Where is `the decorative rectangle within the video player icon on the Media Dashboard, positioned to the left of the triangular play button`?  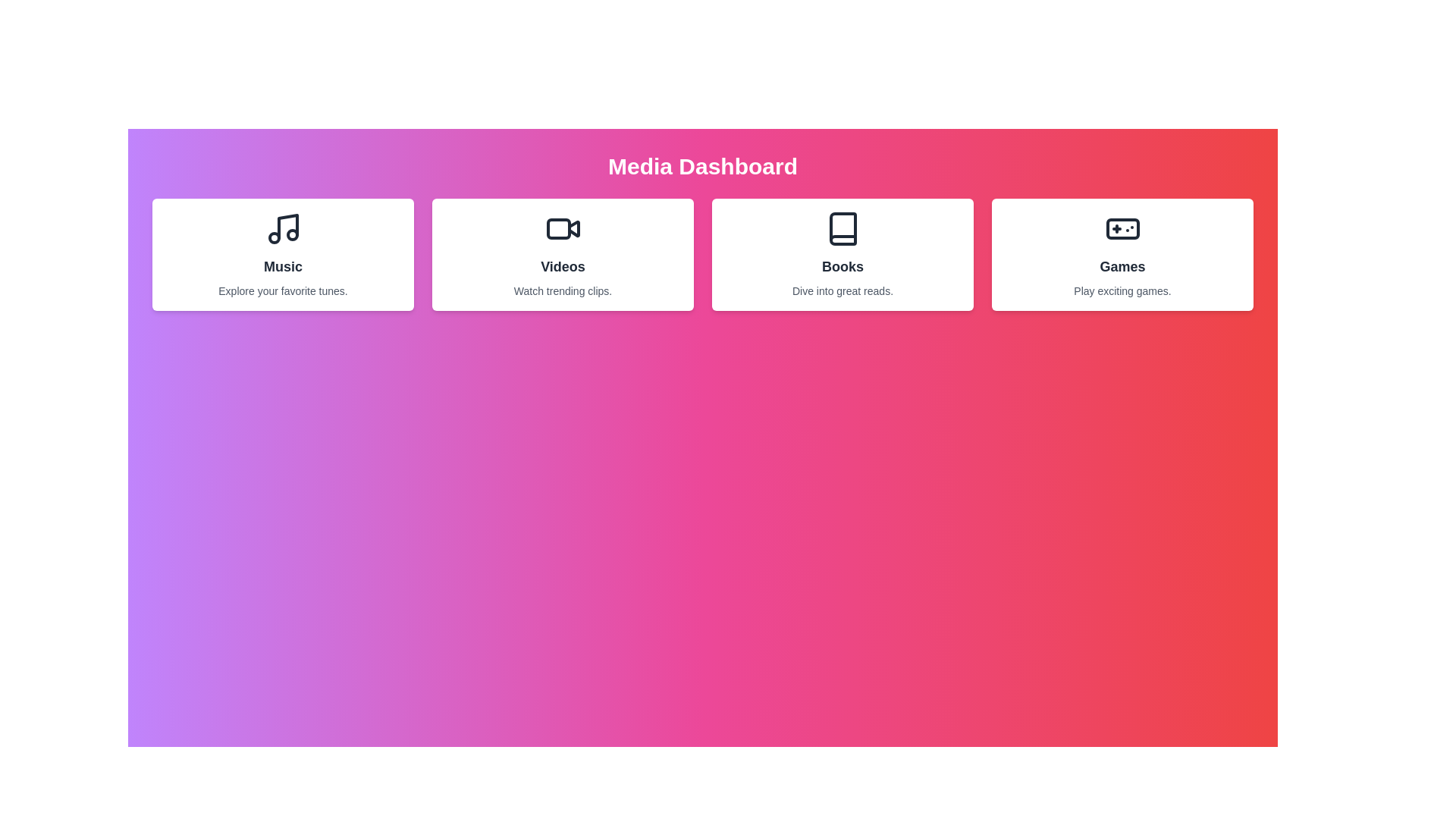 the decorative rectangle within the video player icon on the Media Dashboard, positioned to the left of the triangular play button is located at coordinates (557, 228).